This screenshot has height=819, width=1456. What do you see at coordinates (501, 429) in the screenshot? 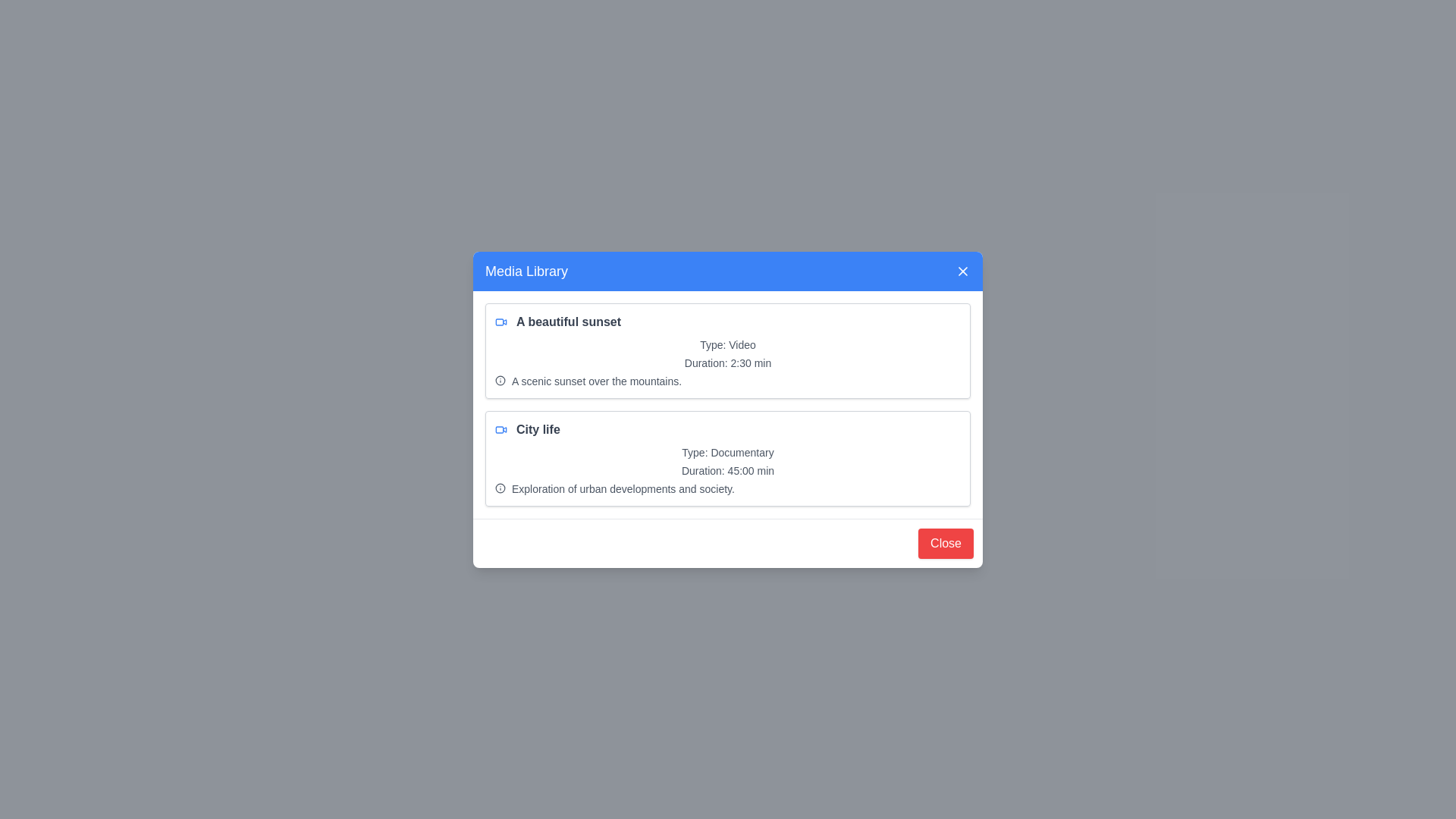
I see `the blue video camera icon located to the left of the 'City life' text within the second card of the 'Media Library' popup` at bounding box center [501, 429].